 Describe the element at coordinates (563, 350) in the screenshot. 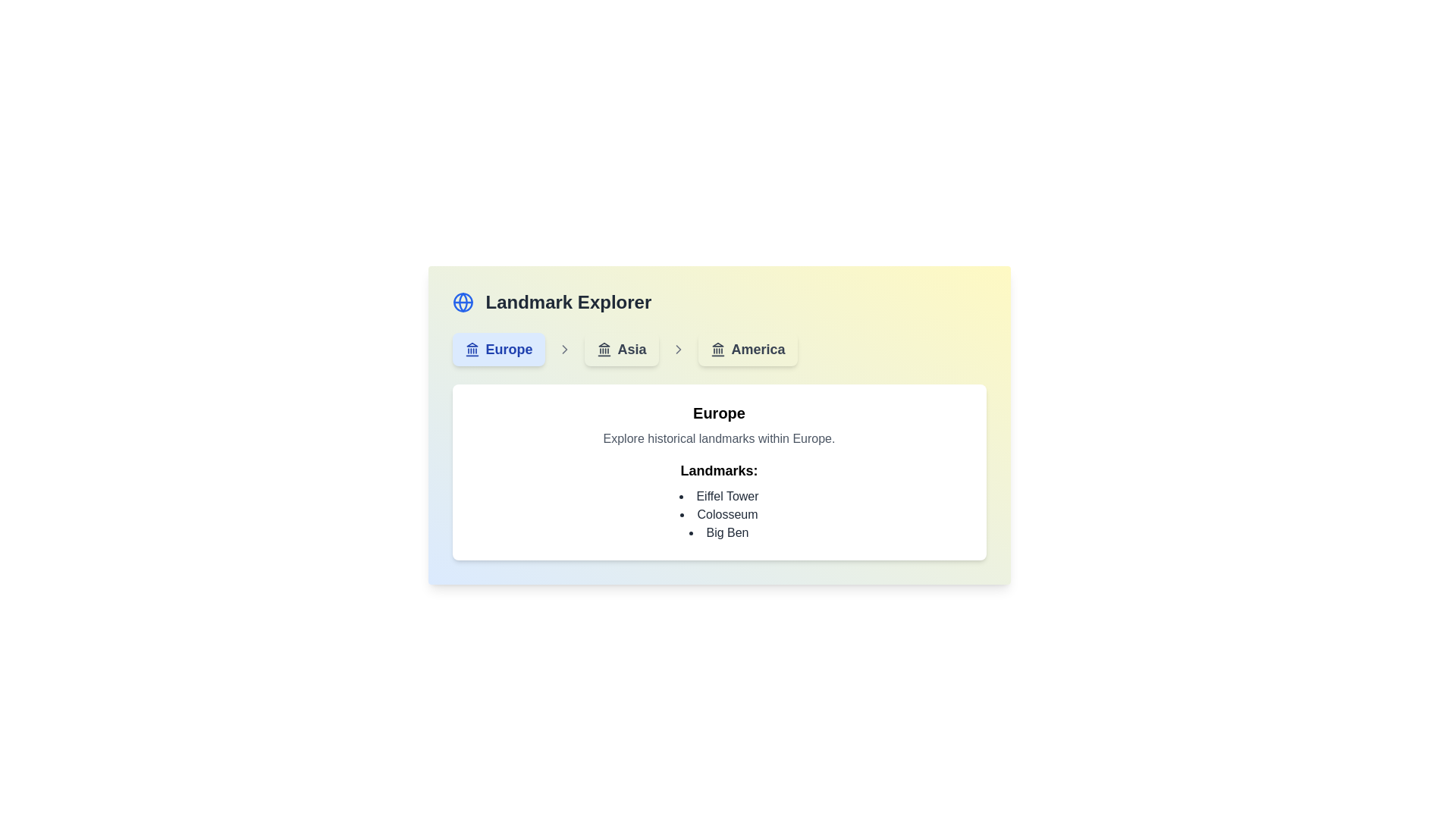

I see `the chevron icon located between the 'Europe' and 'Asia' buttons` at that location.